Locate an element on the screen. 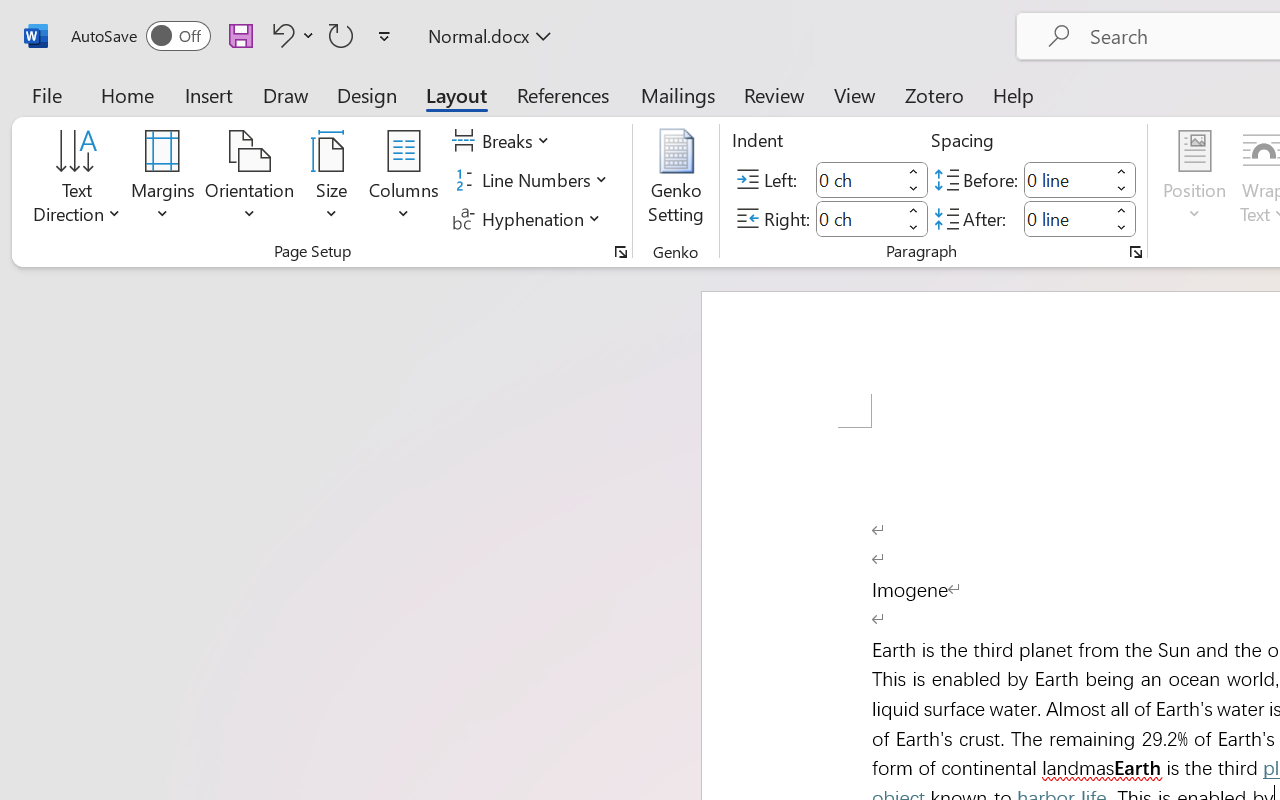 This screenshot has width=1280, height=800. 'Page Setup...' is located at coordinates (620, 251).